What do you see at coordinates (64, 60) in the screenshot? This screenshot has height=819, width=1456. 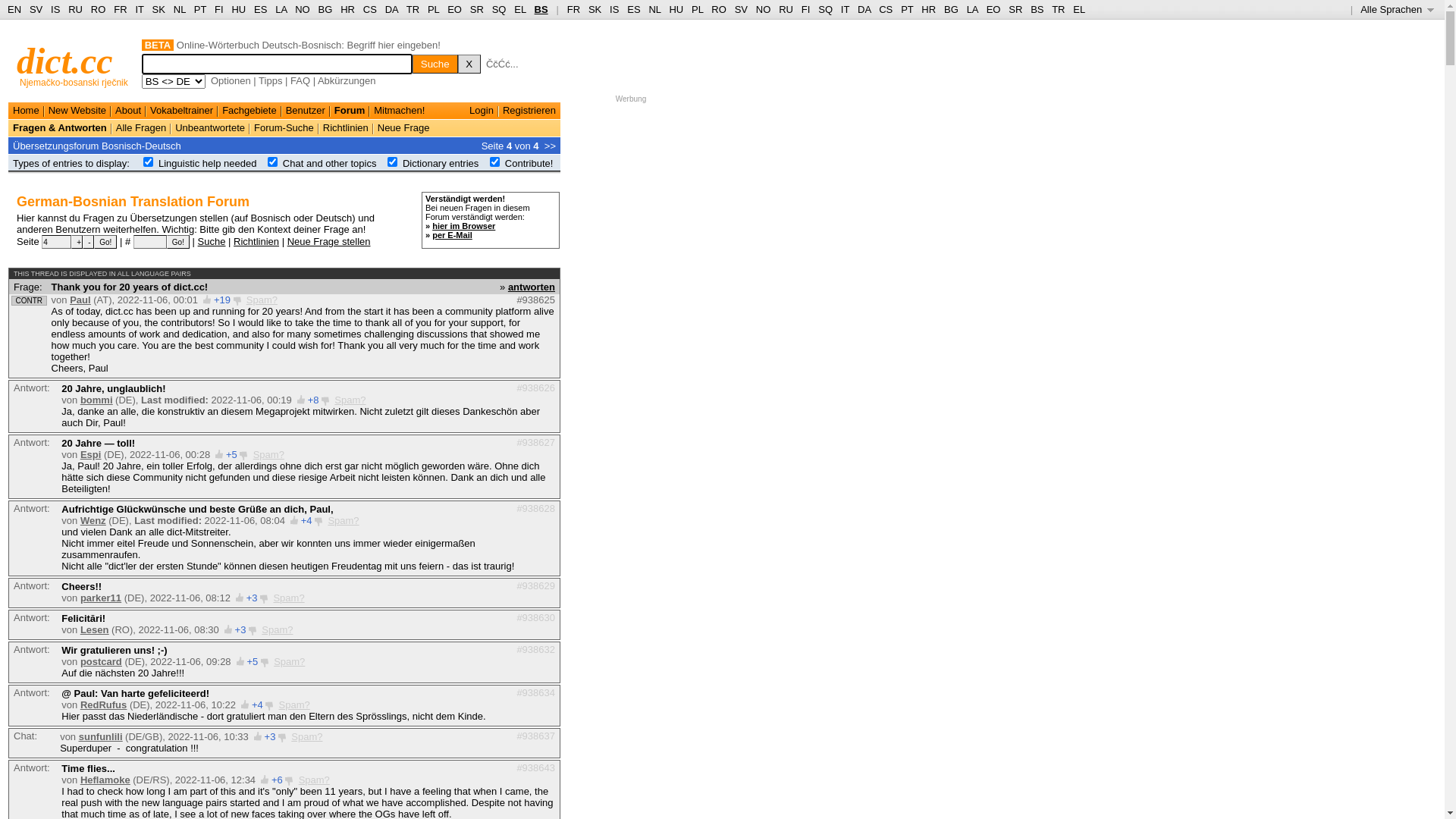 I see `'dict.cc'` at bounding box center [64, 60].